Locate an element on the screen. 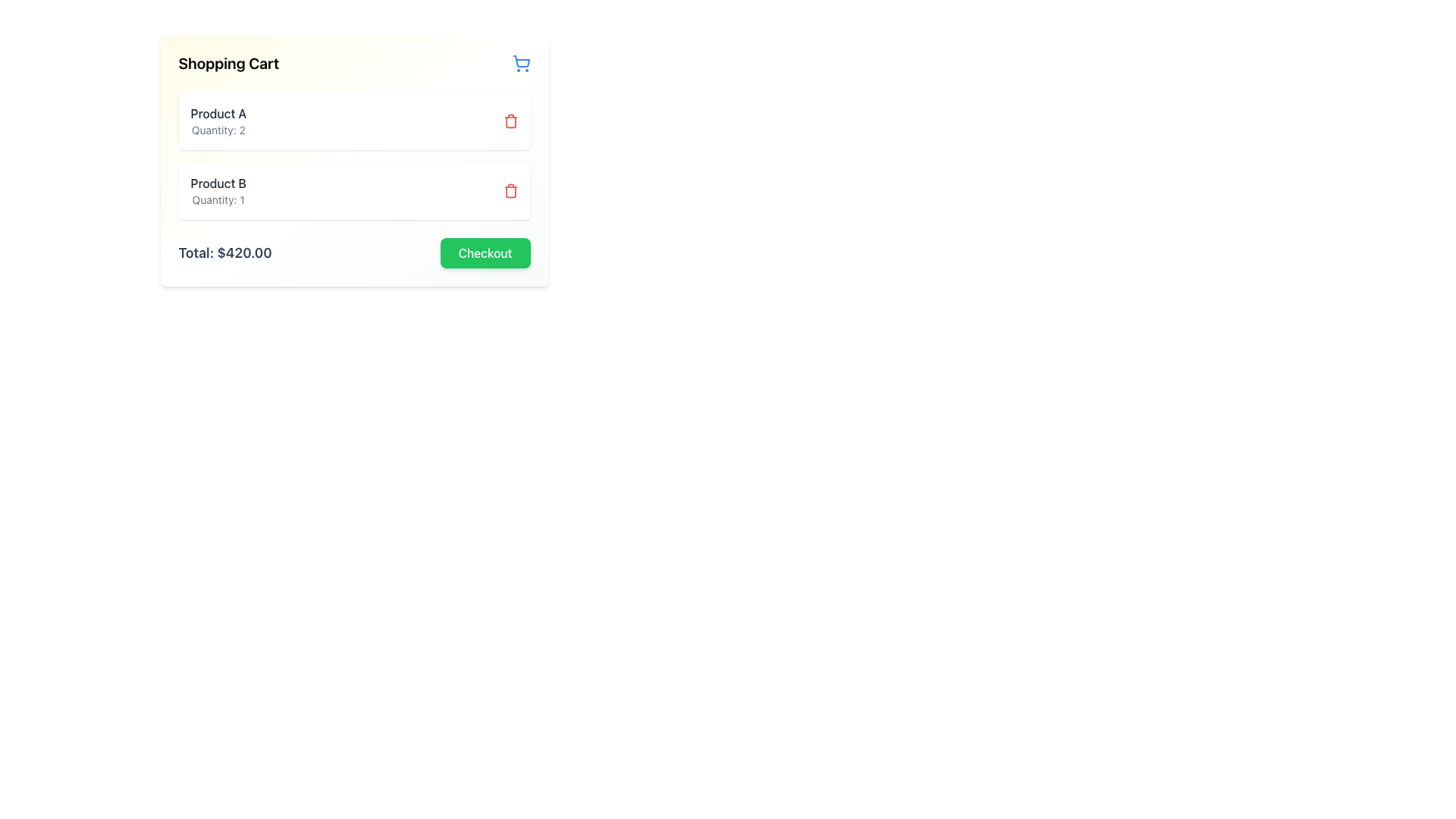  the remove button for 'Product B' in the shopping cart to possibly reveal additional information is located at coordinates (510, 190).